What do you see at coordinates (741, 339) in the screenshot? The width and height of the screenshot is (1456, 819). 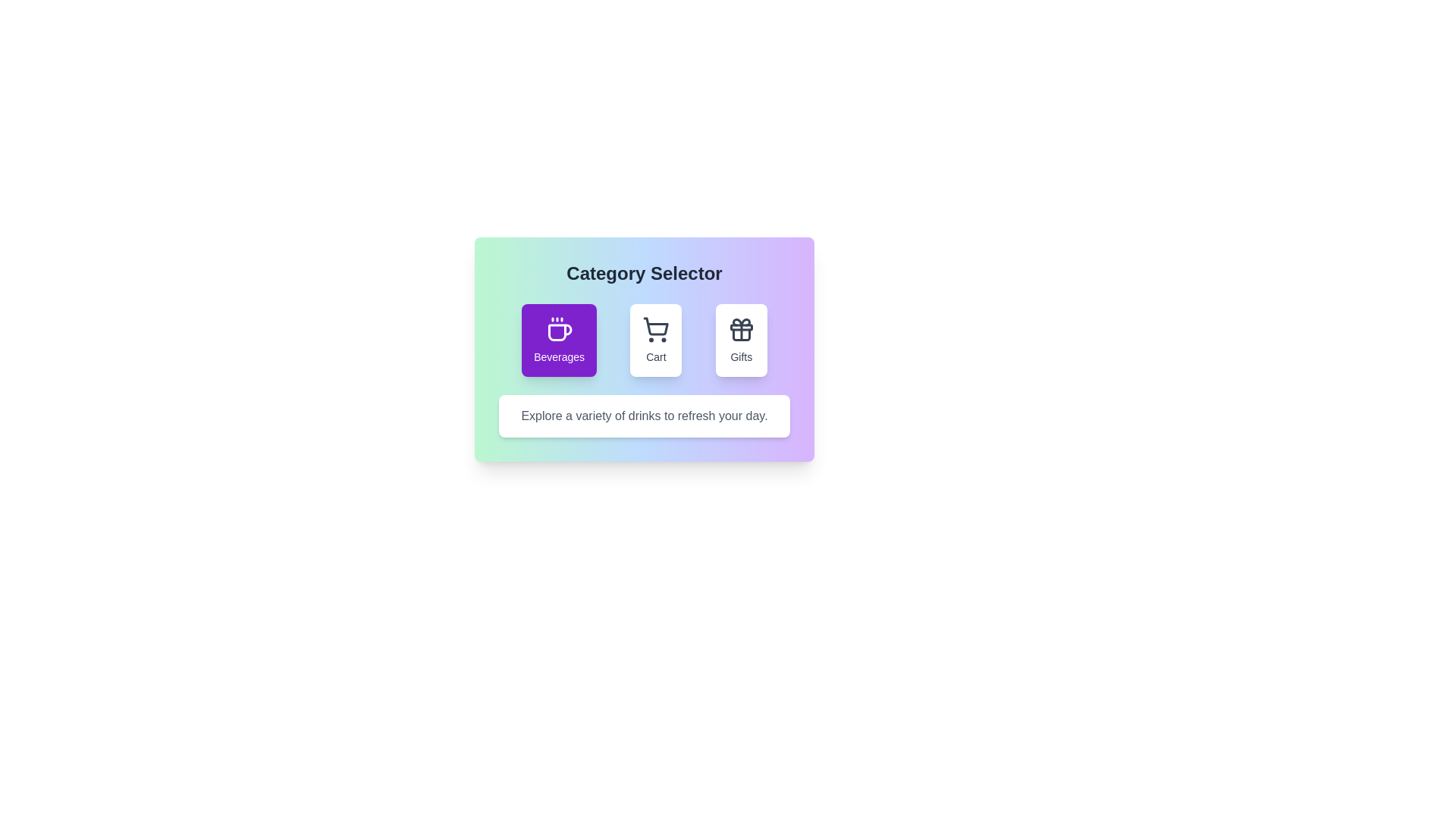 I see `the 'Gifts' category button` at bounding box center [741, 339].